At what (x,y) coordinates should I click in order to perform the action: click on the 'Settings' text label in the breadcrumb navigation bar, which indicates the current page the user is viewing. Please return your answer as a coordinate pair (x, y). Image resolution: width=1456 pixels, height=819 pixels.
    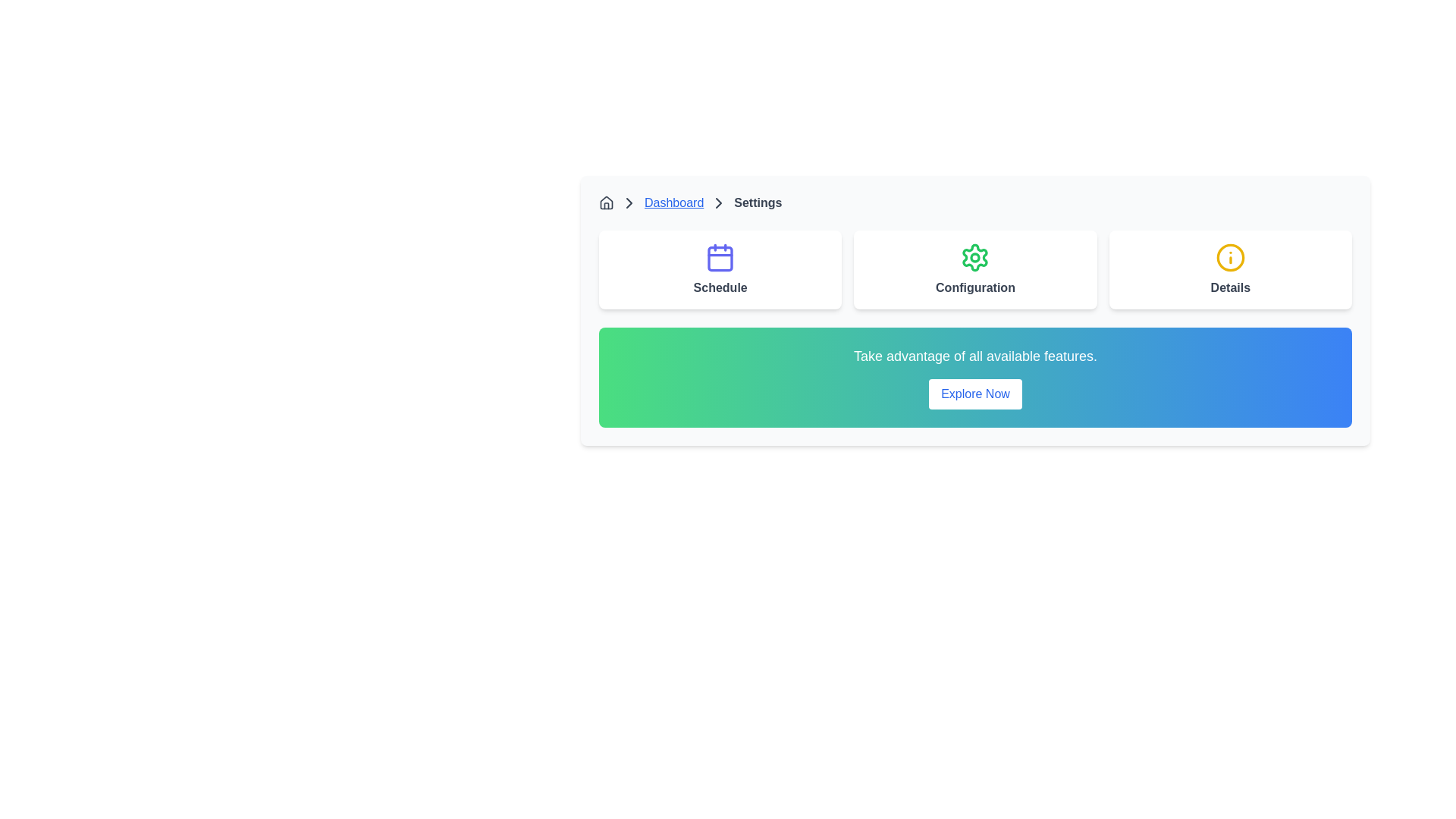
    Looking at the image, I should click on (758, 202).